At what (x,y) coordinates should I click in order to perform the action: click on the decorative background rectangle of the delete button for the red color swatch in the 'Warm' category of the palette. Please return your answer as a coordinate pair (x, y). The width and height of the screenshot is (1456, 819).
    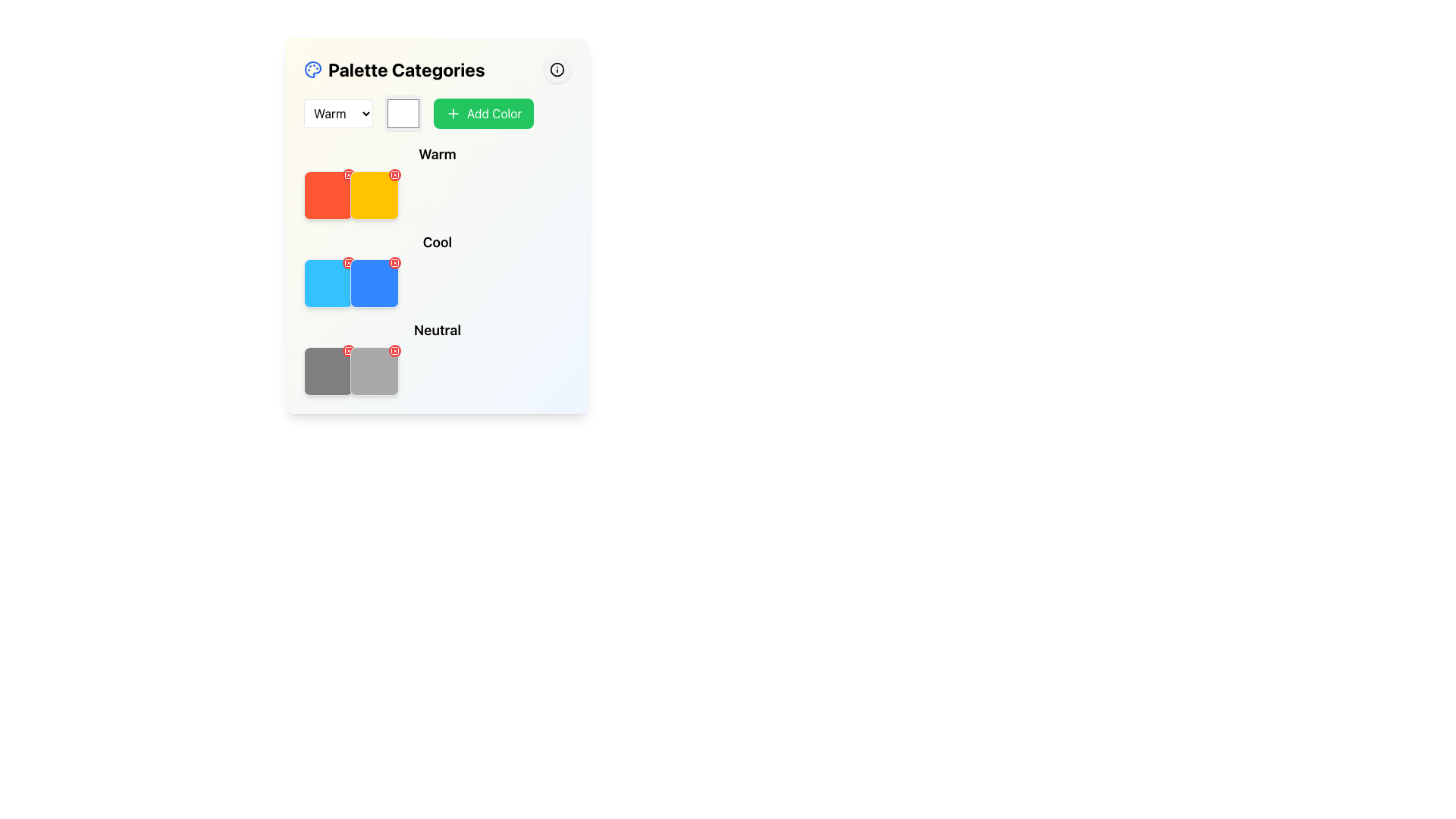
    Looking at the image, I should click on (348, 174).